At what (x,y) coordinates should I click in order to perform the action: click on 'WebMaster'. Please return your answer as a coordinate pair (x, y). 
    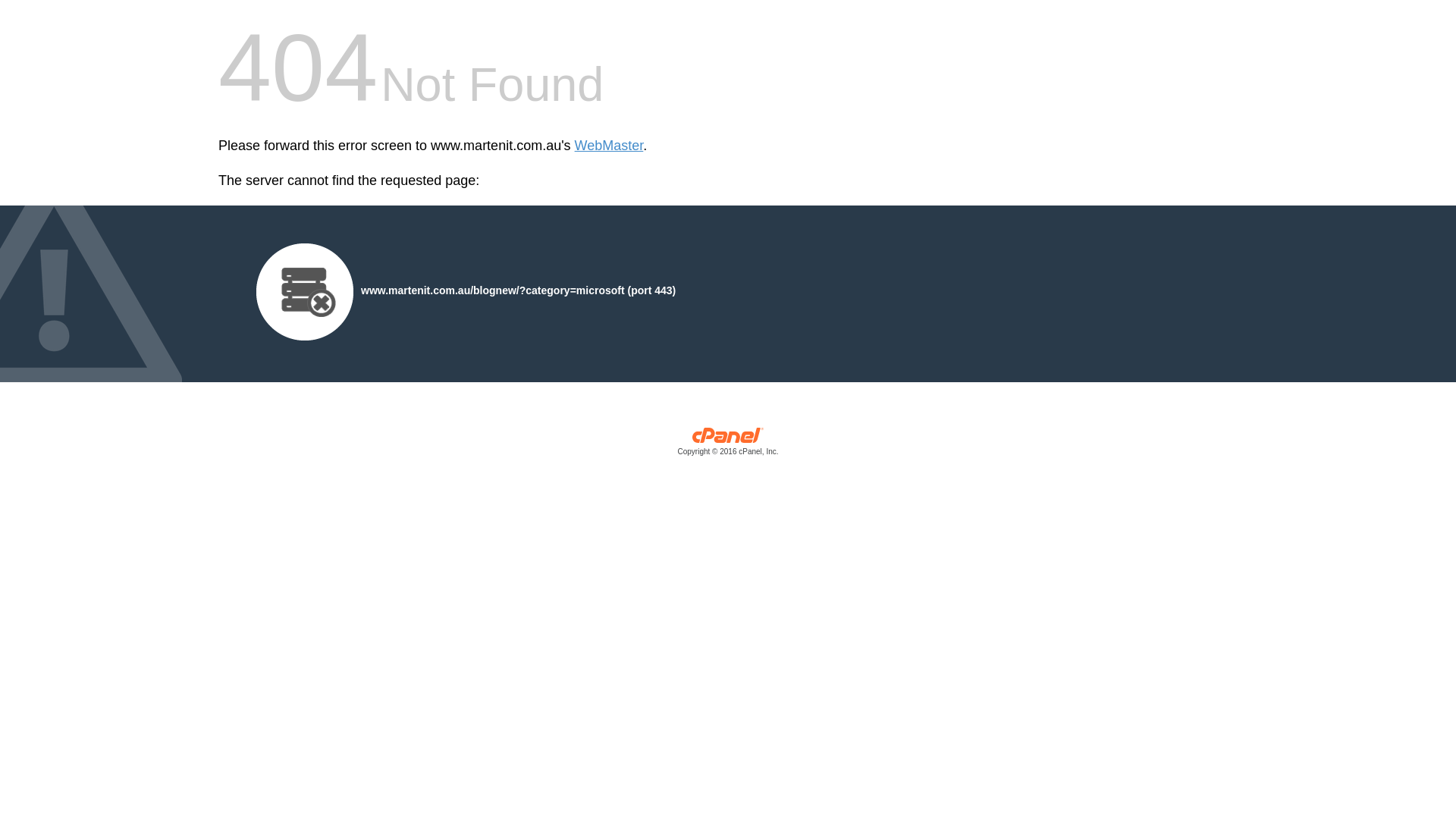
    Looking at the image, I should click on (609, 146).